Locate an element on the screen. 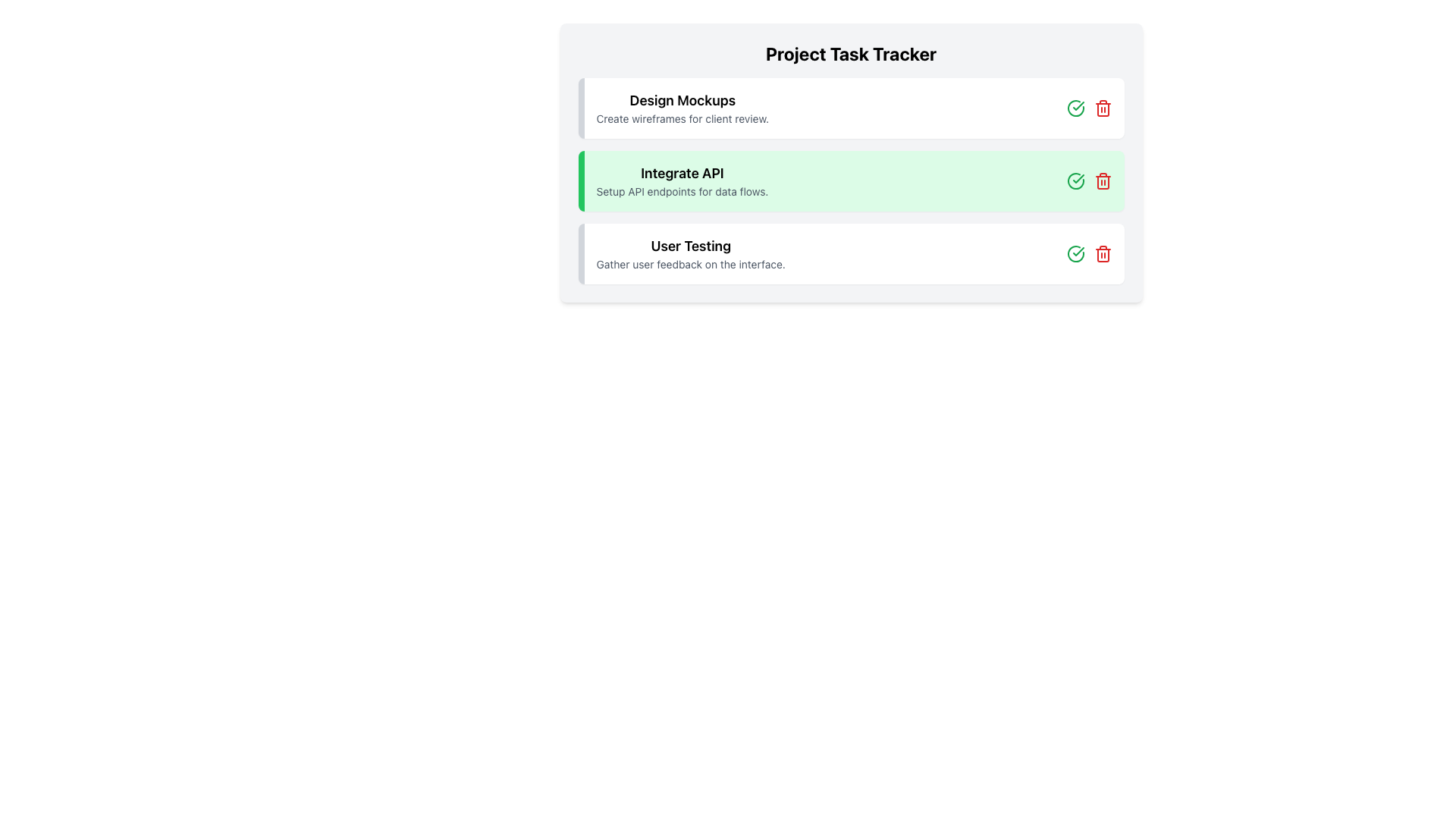 The height and width of the screenshot is (819, 1456). the red trash bin icon button located at the far-right of the 'Integrate API' row in the 'Project Task Tracker' interface is located at coordinates (1103, 180).